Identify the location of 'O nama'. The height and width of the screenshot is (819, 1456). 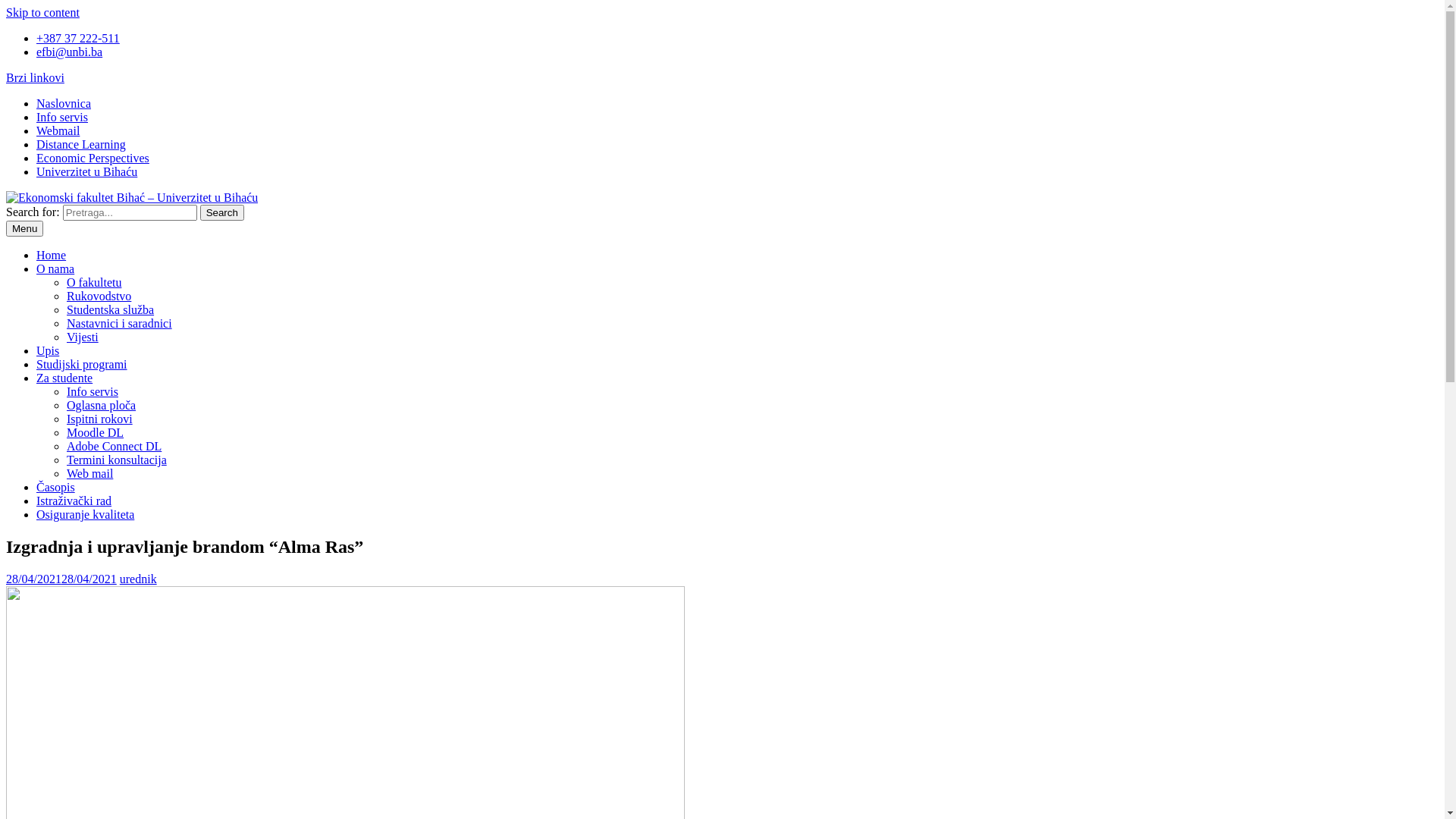
(36, 268).